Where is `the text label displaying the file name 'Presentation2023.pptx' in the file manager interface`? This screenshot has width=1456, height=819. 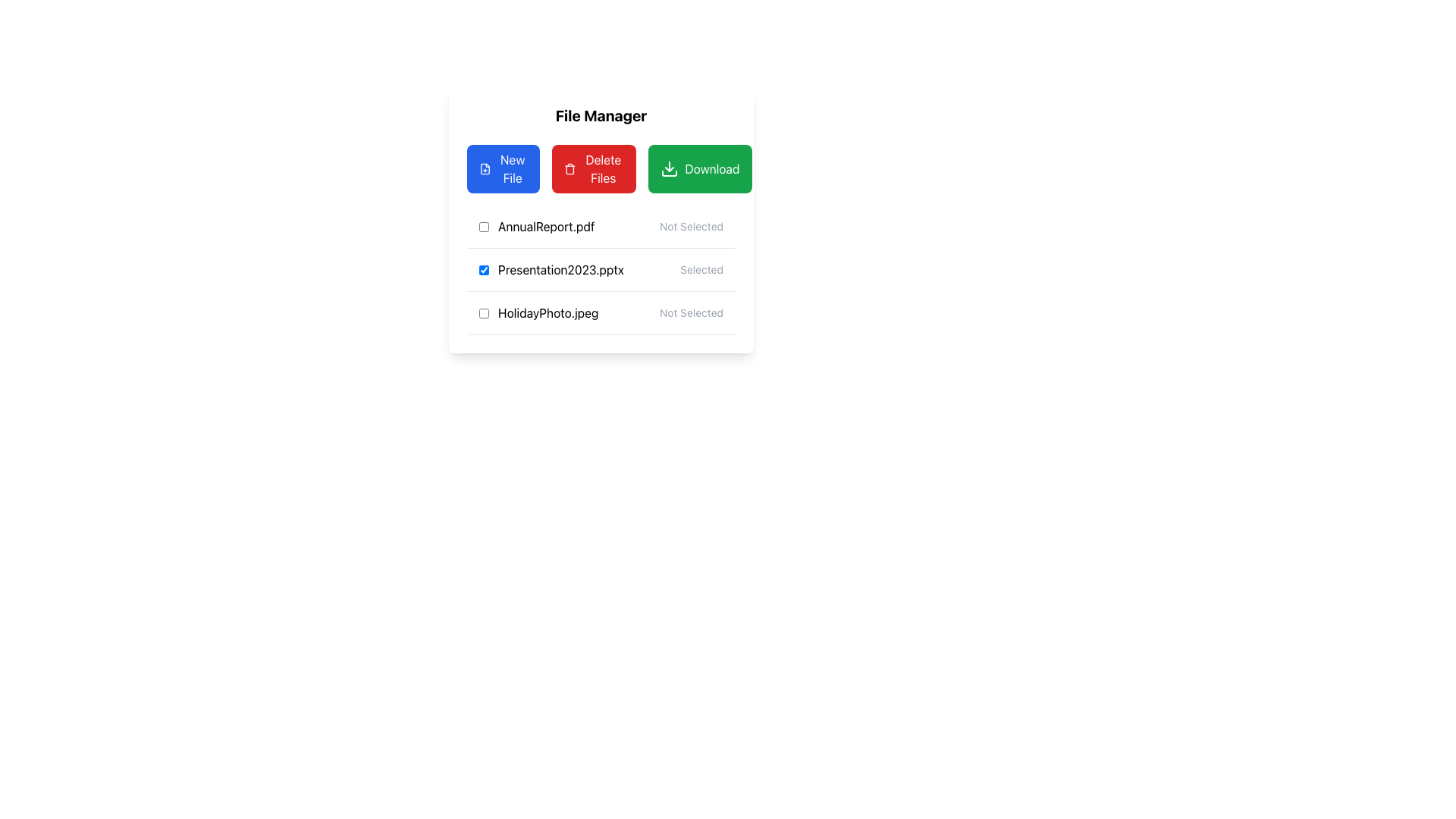 the text label displaying the file name 'Presentation2023.pptx' in the file manager interface is located at coordinates (551, 268).